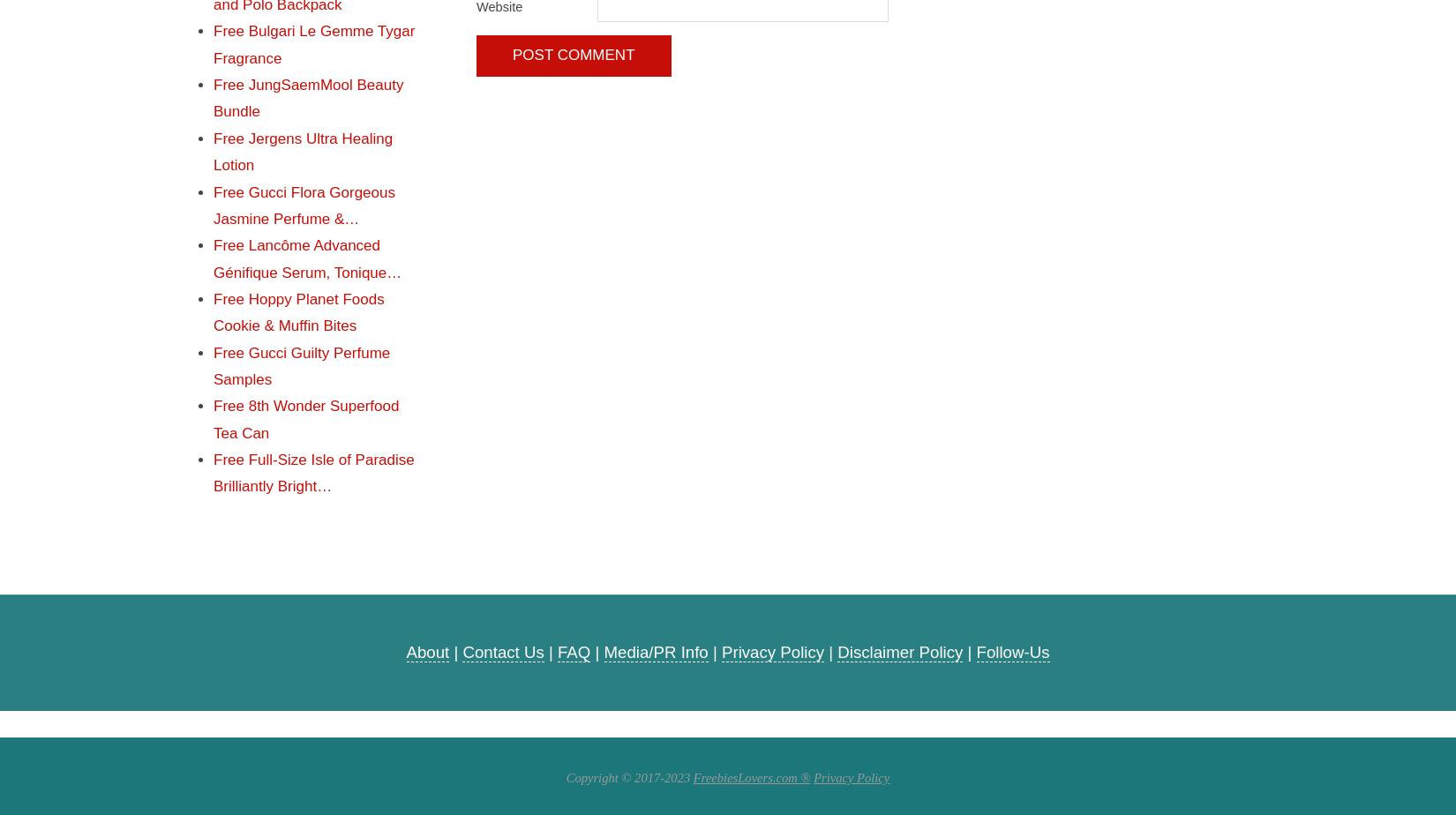 This screenshot has height=815, width=1456. What do you see at coordinates (502, 651) in the screenshot?
I see `'Contact Us'` at bounding box center [502, 651].